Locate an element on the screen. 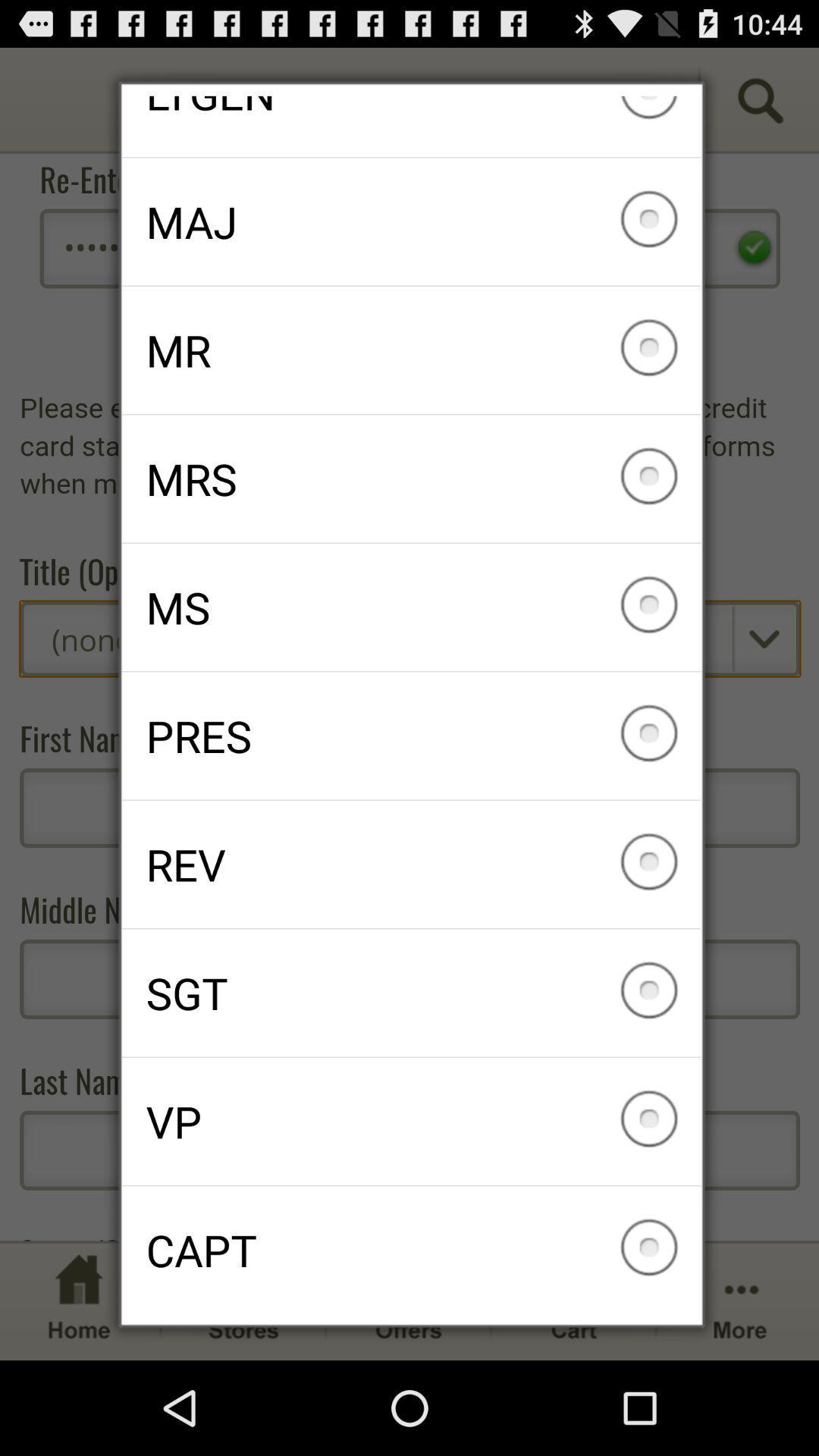 The height and width of the screenshot is (1456, 819). the checkbox below pres icon is located at coordinates (411, 864).